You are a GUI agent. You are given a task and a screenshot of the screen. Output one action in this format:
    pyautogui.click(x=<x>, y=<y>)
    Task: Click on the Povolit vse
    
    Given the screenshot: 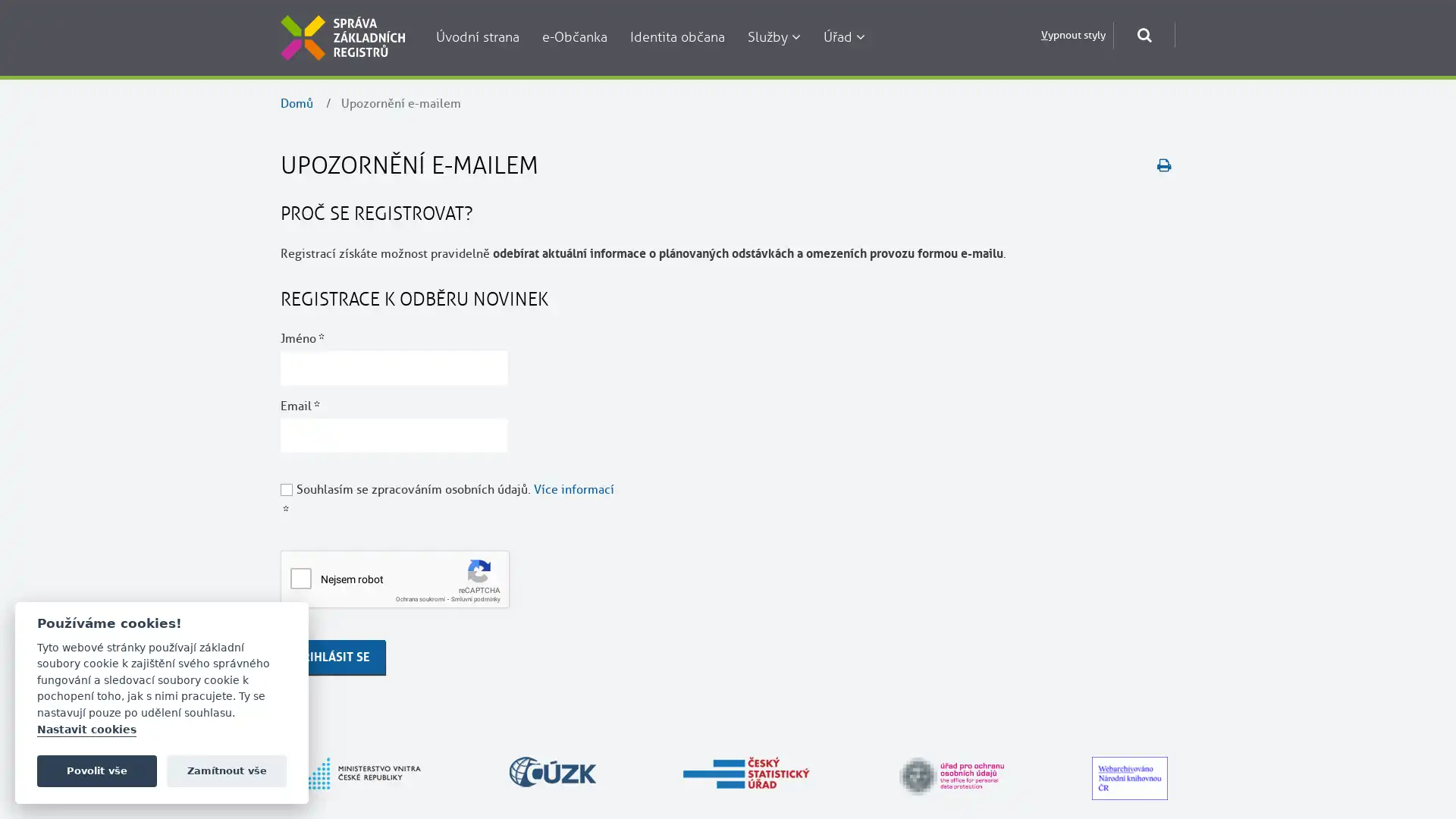 What is the action you would take?
    pyautogui.click(x=96, y=770)
    